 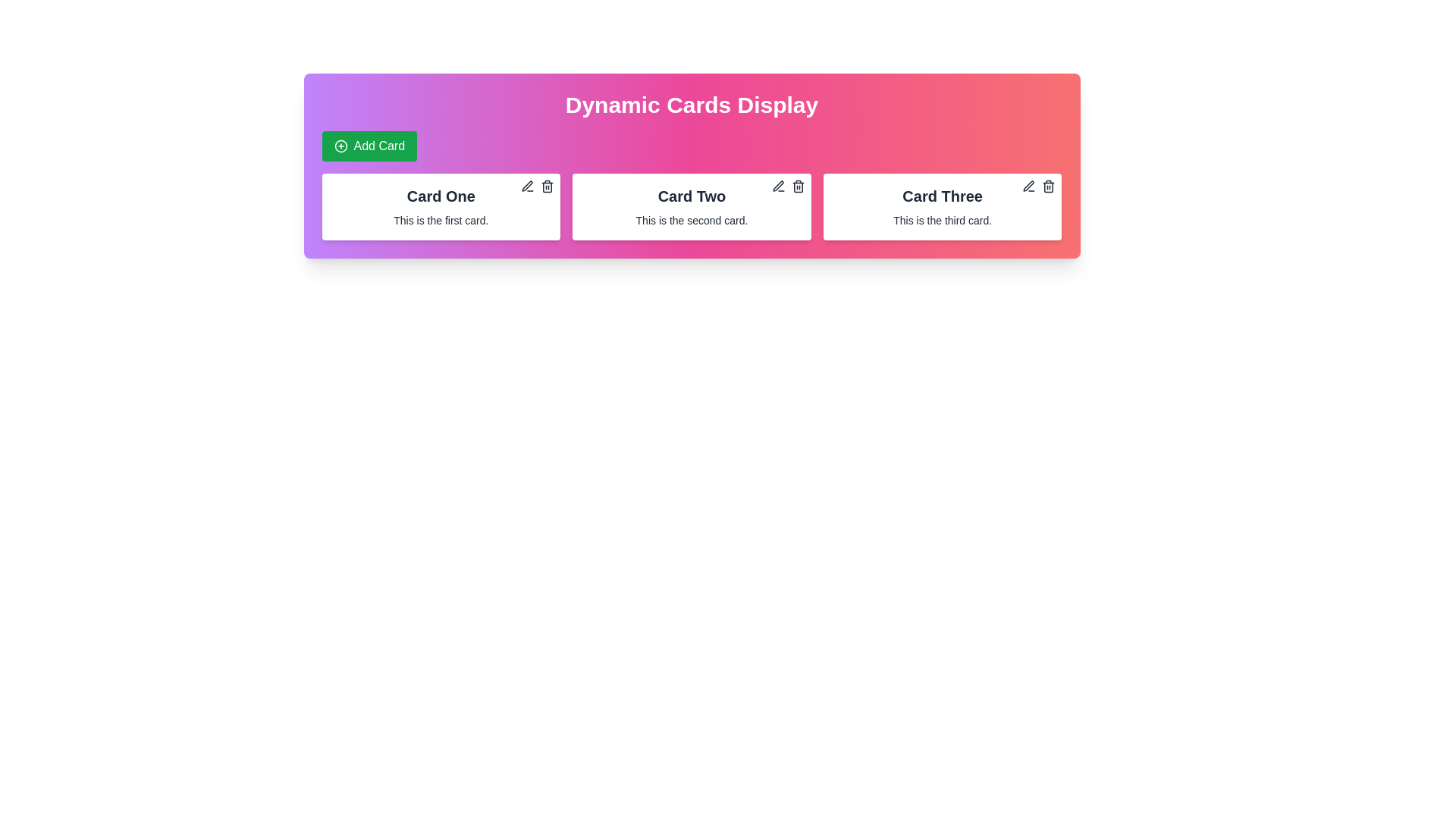 What do you see at coordinates (691, 104) in the screenshot?
I see `the text label displaying 'Dynamic Cards Display', which serves as an introductory heading for the widget` at bounding box center [691, 104].